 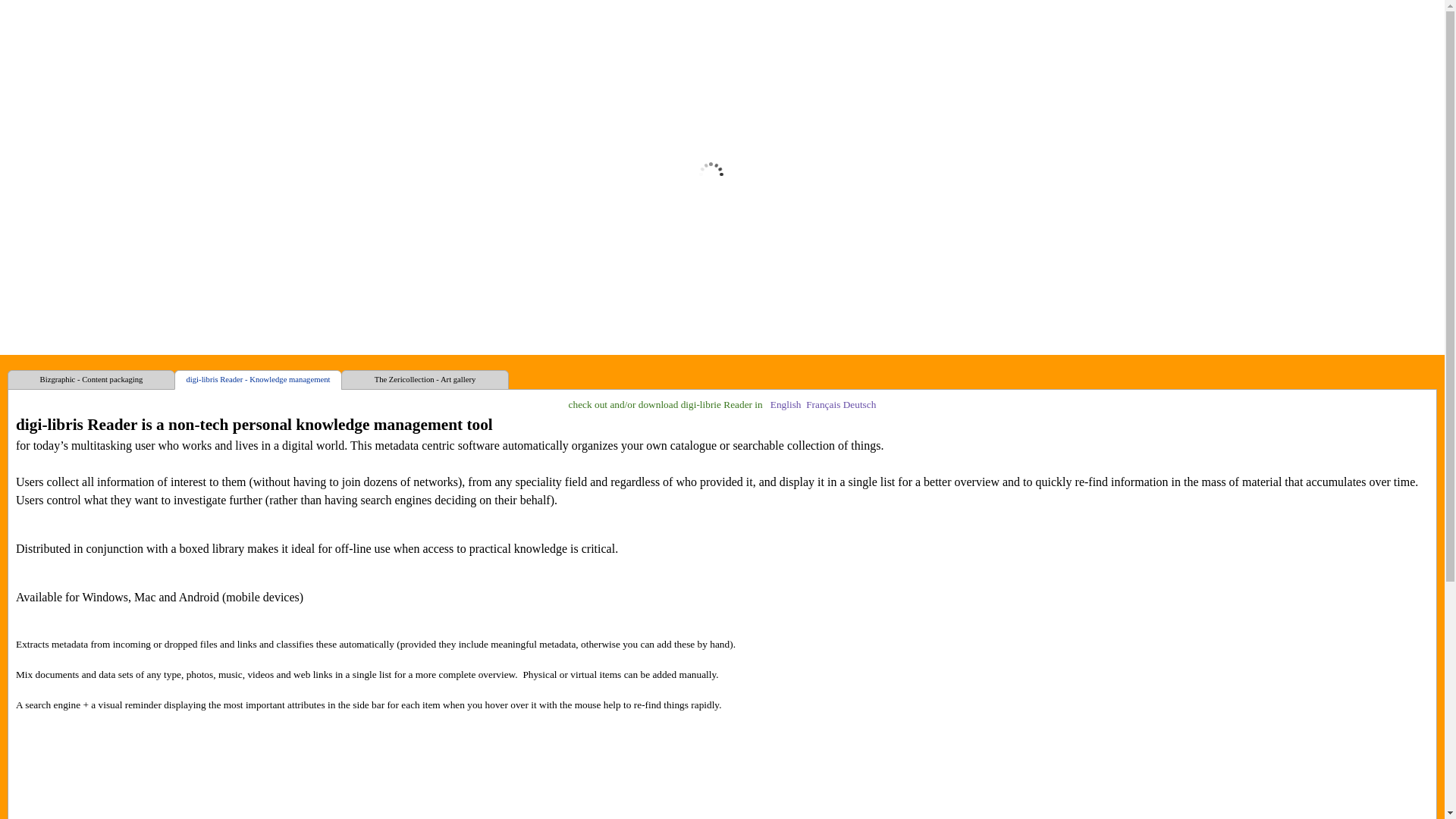 I want to click on 'digi-libris Reader - Knowledge management', so click(x=258, y=379).